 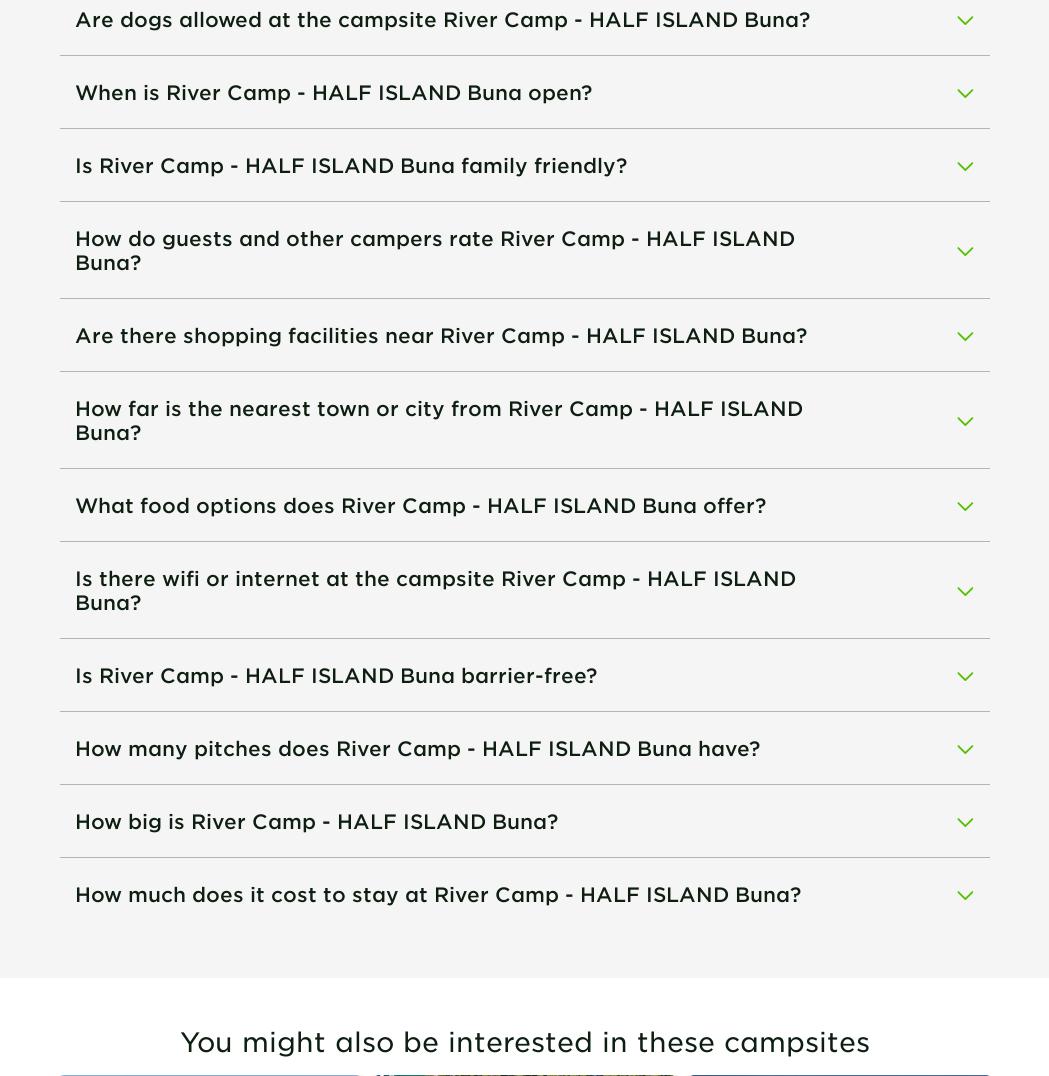 I want to click on 'How far is the nearest town or city from River Camp - HALF ISLAND Buna?', so click(x=436, y=419).